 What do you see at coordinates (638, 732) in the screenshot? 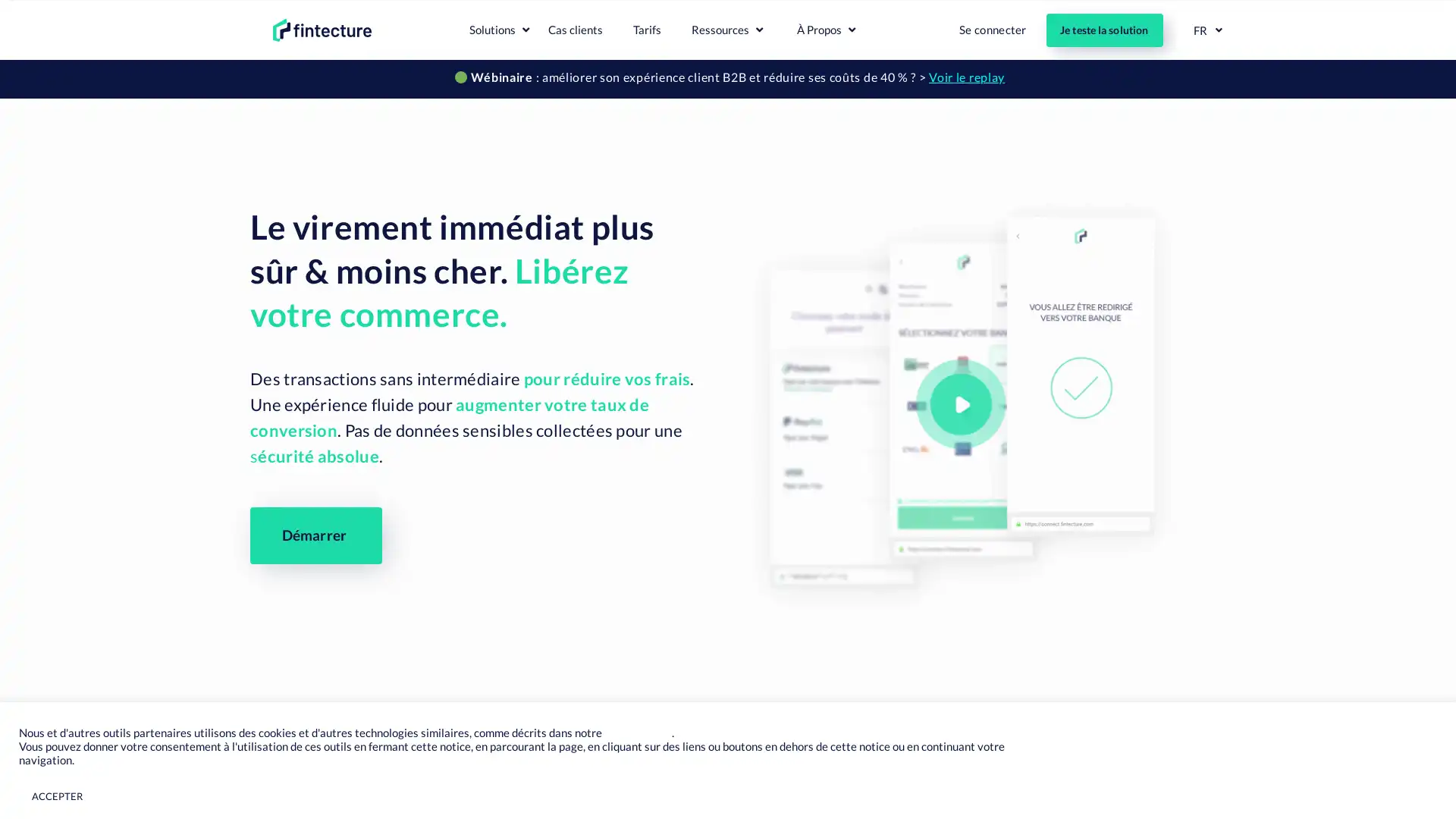
I see `Page Cookies` at bounding box center [638, 732].